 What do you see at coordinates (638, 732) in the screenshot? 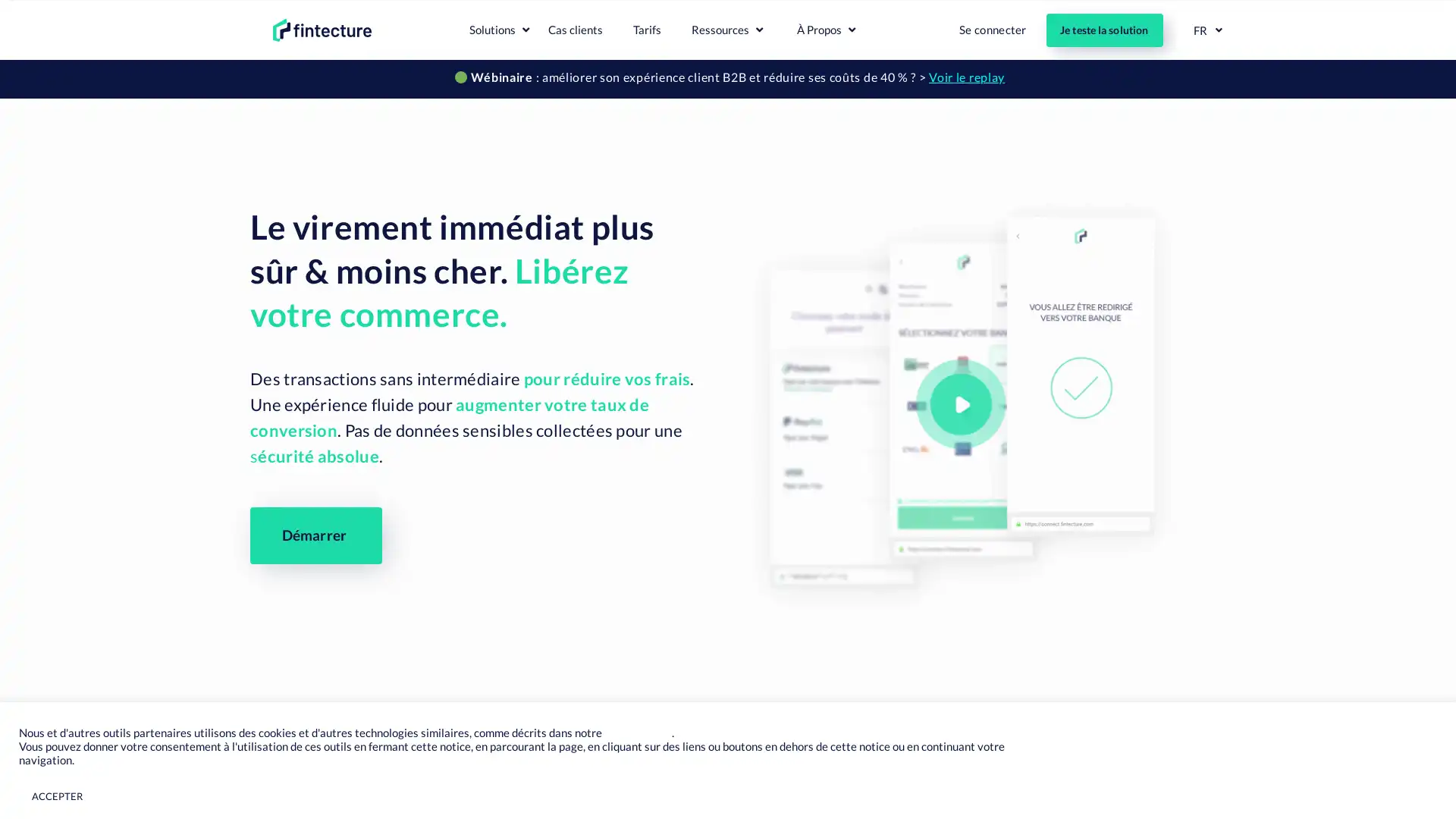
I see `Page Cookies` at bounding box center [638, 732].